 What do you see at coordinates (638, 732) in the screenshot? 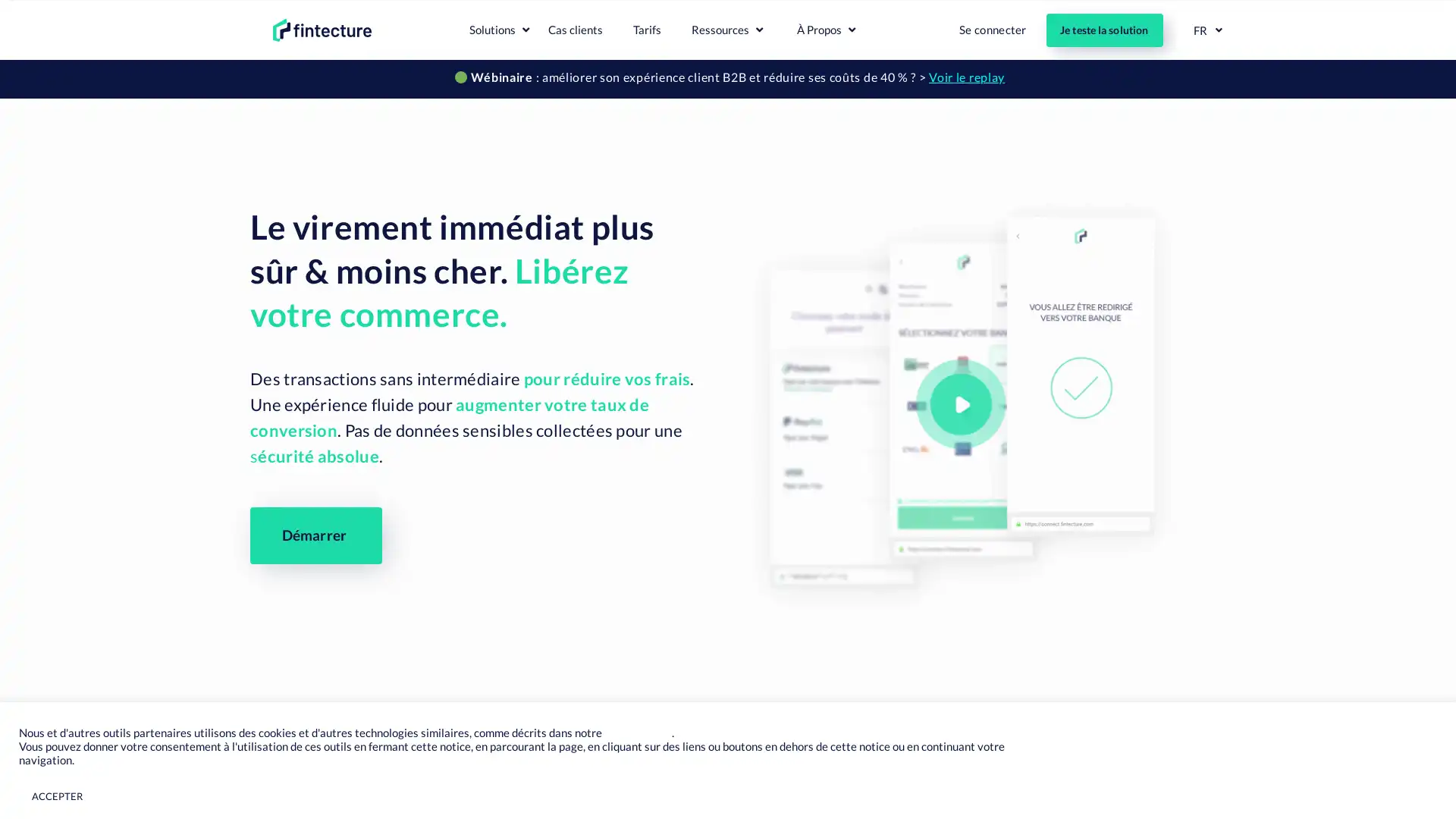
I see `Page Cookies` at bounding box center [638, 732].